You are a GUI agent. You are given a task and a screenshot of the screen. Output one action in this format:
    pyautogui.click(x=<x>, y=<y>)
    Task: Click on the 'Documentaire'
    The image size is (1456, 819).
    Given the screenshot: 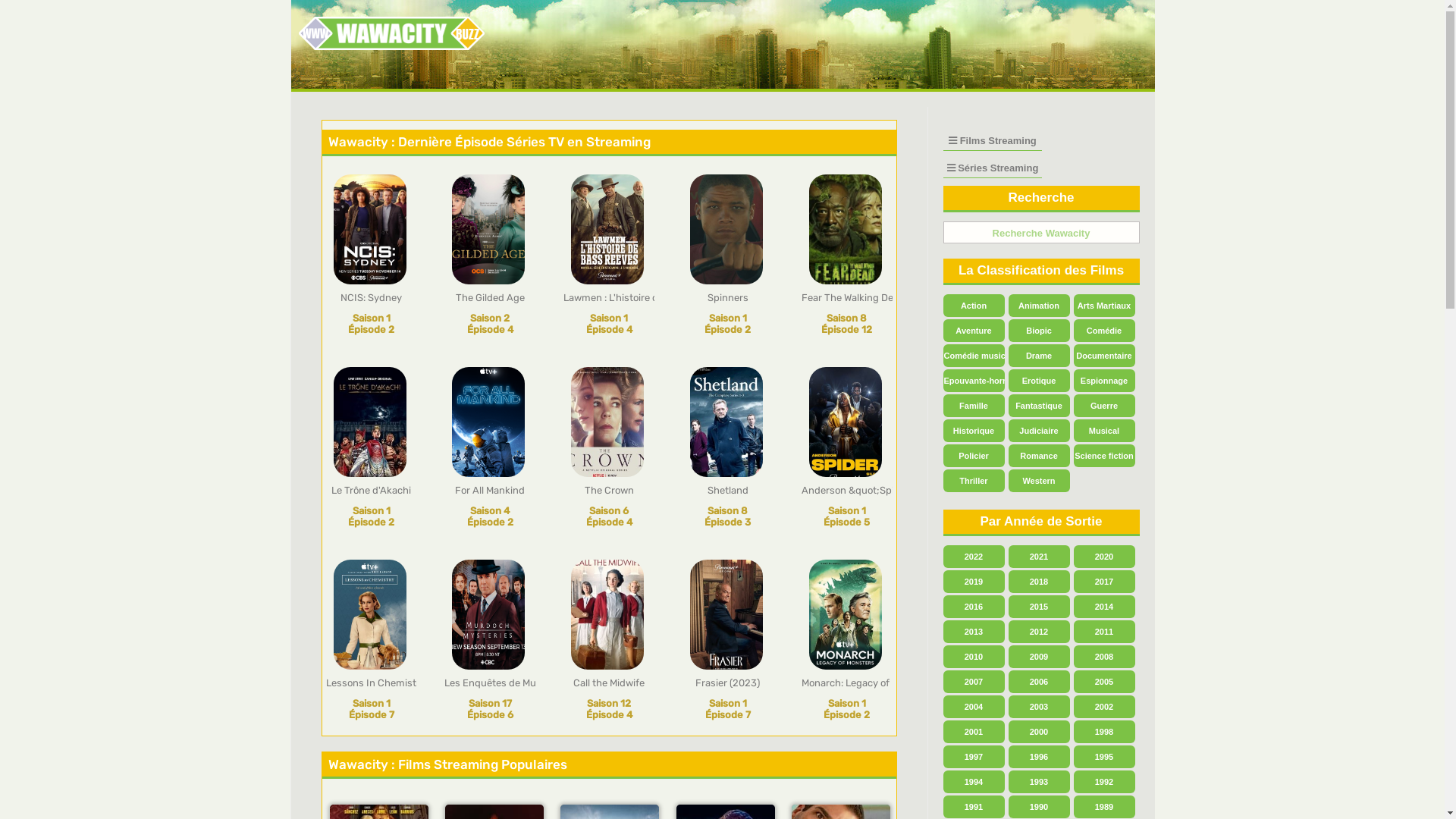 What is the action you would take?
    pyautogui.click(x=1104, y=356)
    